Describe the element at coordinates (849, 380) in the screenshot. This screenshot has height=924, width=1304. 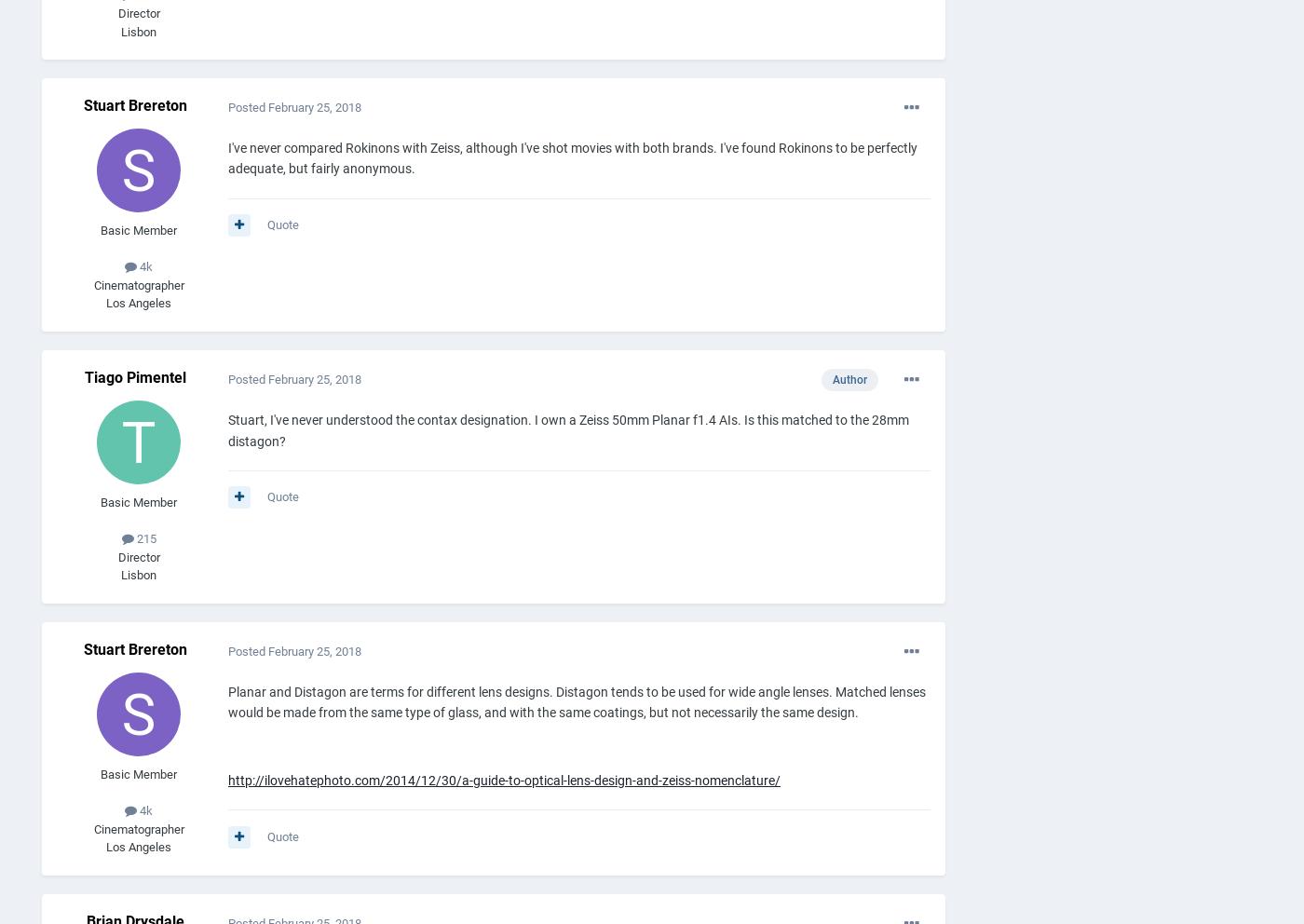
I see `'Author'` at that location.